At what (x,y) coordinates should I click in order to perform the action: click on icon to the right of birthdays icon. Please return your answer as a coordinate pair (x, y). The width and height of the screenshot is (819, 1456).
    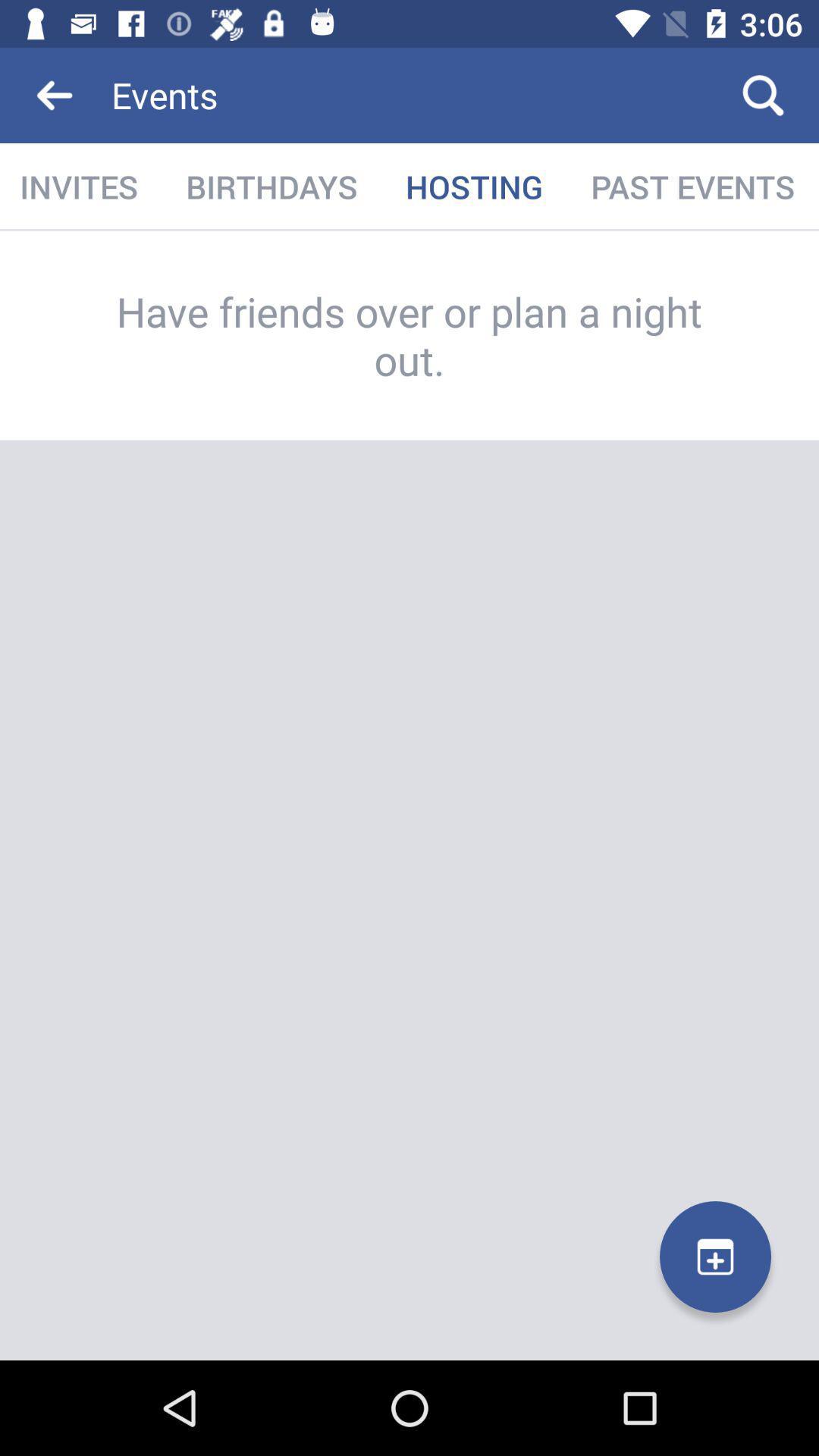
    Looking at the image, I should click on (473, 186).